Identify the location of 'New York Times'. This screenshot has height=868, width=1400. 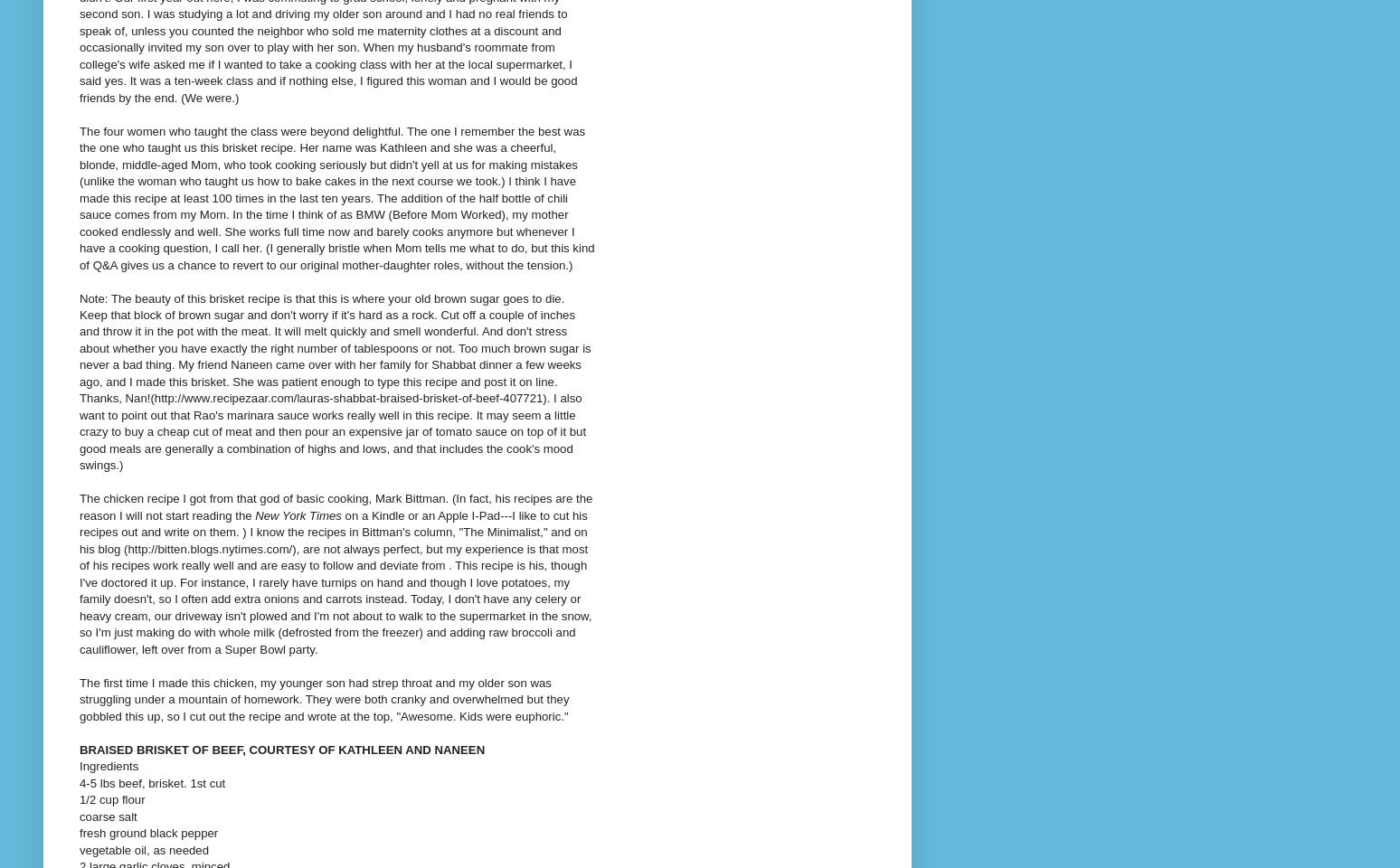
(299, 514).